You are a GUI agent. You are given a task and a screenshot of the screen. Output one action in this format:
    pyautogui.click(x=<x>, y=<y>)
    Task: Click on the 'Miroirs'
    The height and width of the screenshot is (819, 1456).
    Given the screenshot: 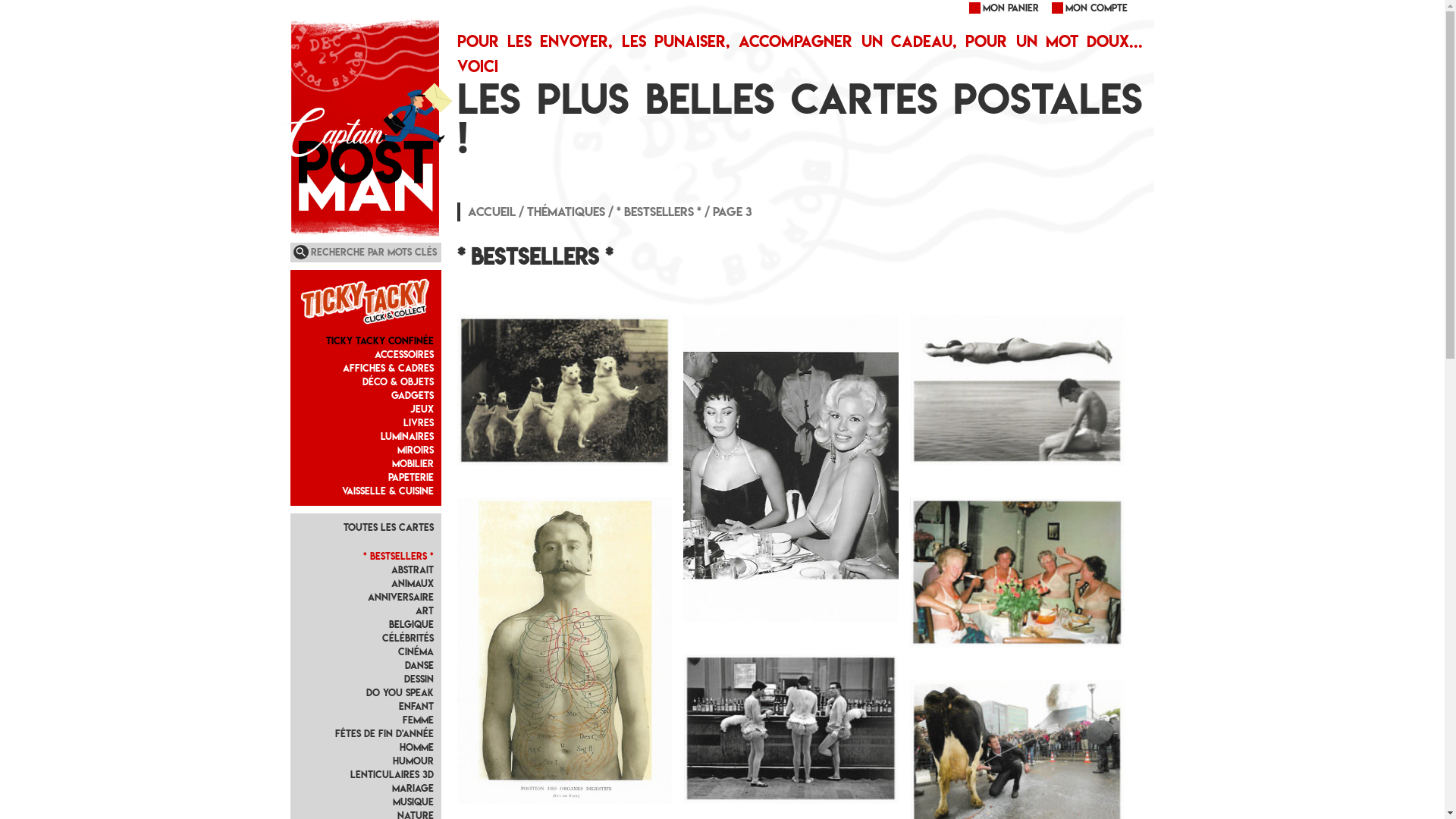 What is the action you would take?
    pyautogui.click(x=397, y=449)
    